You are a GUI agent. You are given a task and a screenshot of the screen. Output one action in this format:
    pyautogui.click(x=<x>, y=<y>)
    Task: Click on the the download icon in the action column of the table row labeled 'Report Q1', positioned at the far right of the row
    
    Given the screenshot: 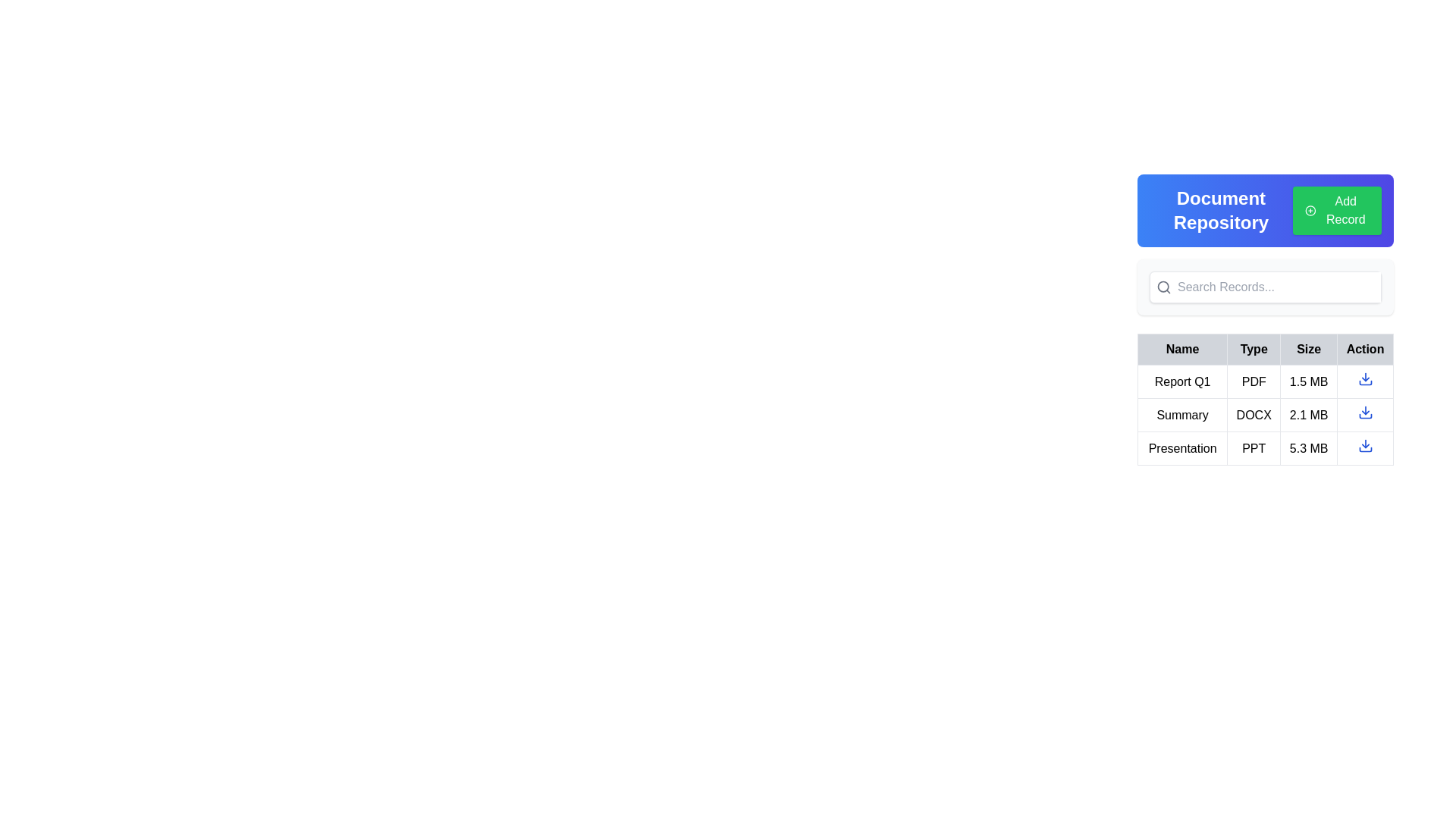 What is the action you would take?
    pyautogui.click(x=1365, y=382)
    